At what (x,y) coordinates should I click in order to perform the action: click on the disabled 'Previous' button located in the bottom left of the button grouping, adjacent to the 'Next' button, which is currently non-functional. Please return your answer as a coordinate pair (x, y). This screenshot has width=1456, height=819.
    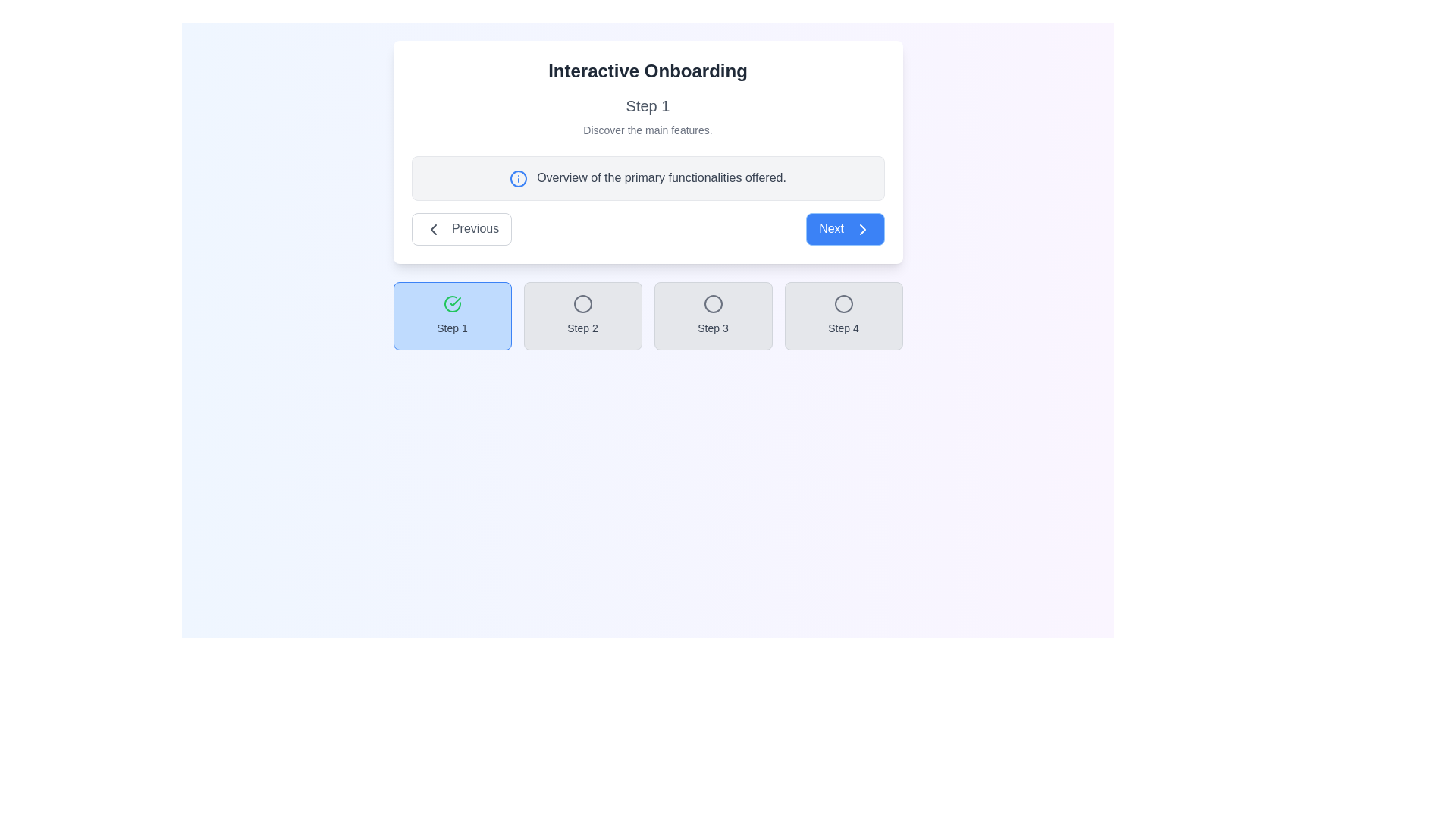
    Looking at the image, I should click on (460, 229).